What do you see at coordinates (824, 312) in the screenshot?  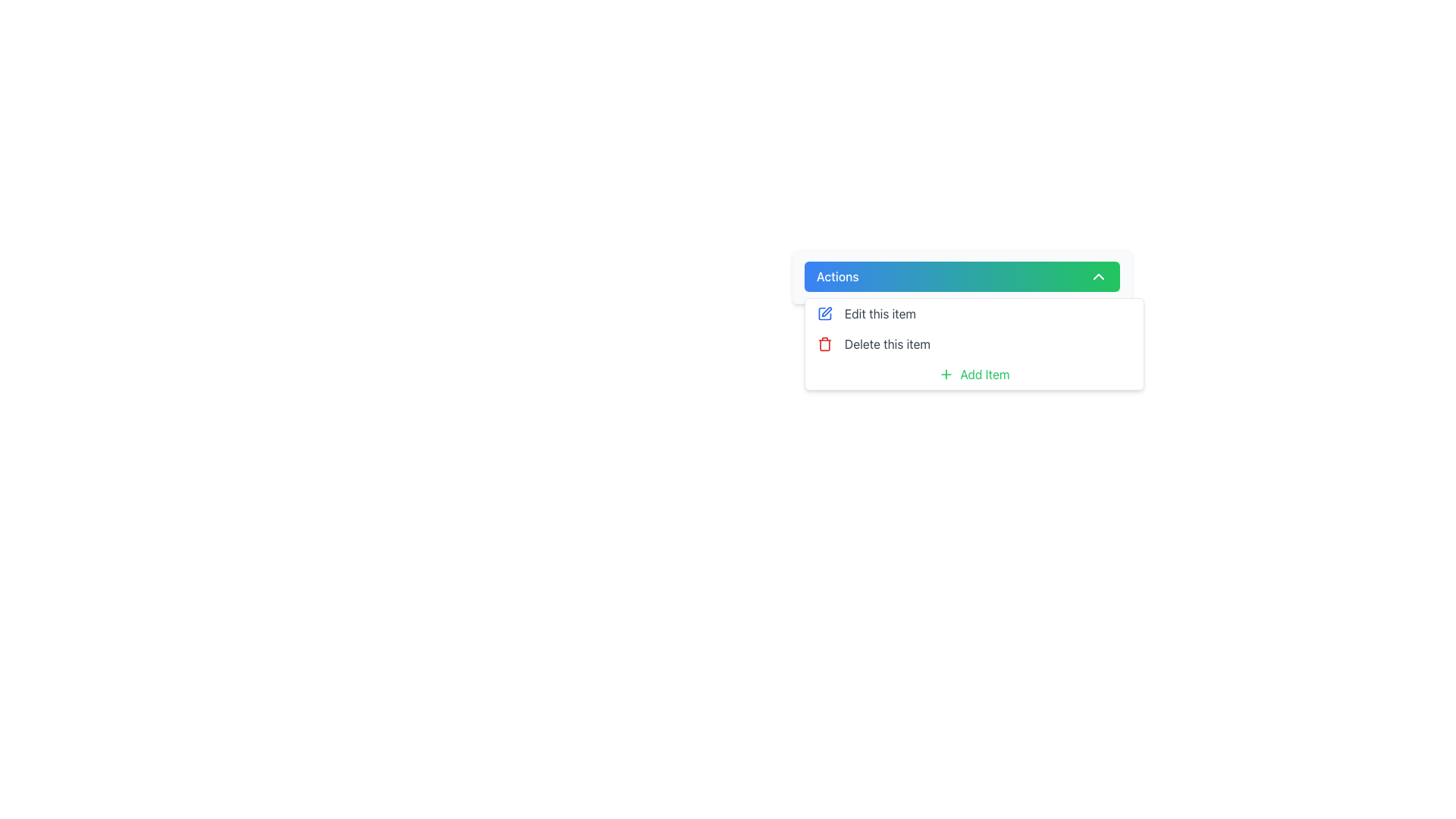 I see `the blue square icon with a pen symbol located to the left of the 'Edit this item' text within the dropdown menu under the 'Actions' button` at bounding box center [824, 312].